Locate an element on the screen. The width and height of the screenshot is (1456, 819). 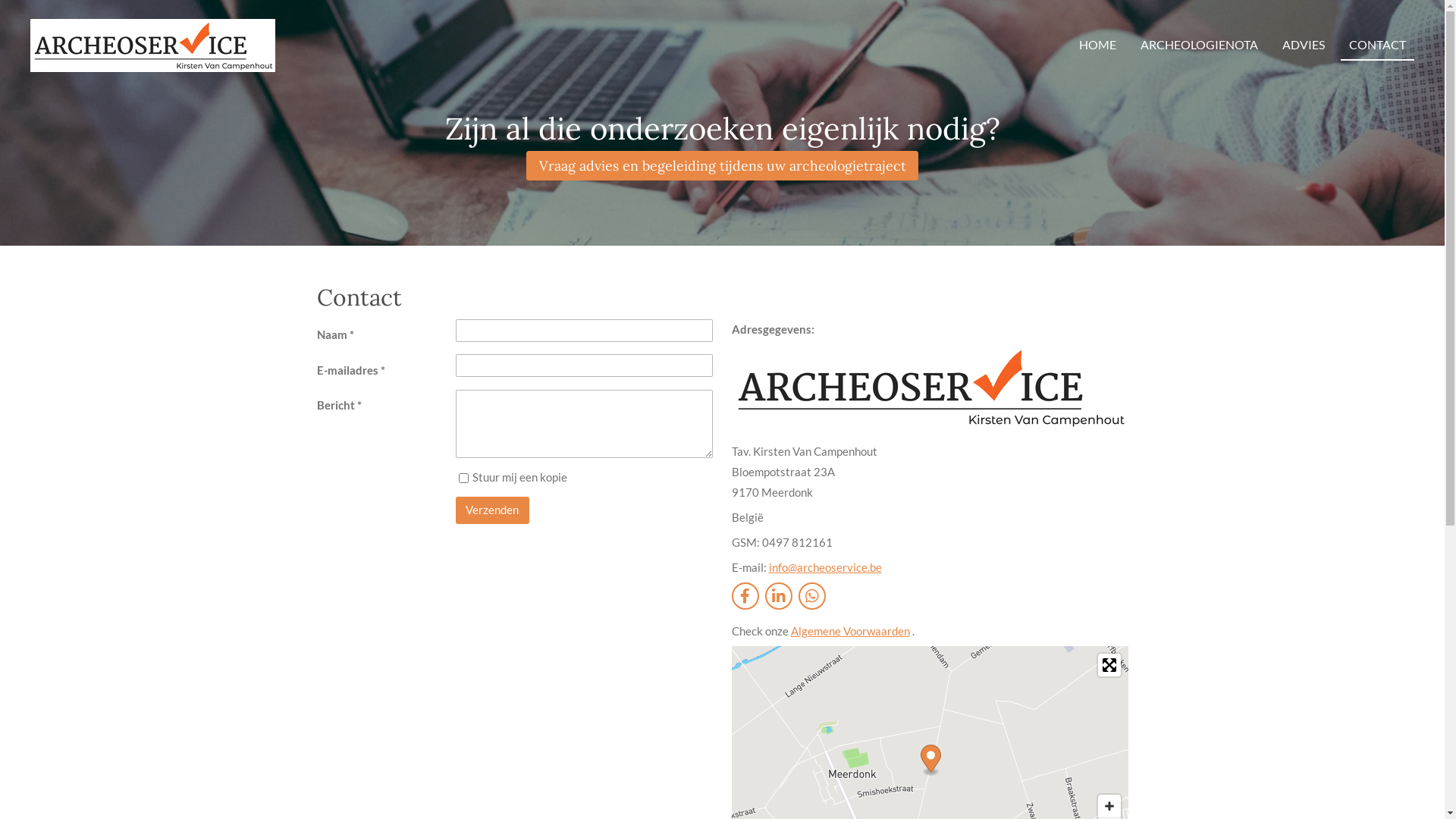
'Algemene Voorwaarden' is located at coordinates (849, 629).